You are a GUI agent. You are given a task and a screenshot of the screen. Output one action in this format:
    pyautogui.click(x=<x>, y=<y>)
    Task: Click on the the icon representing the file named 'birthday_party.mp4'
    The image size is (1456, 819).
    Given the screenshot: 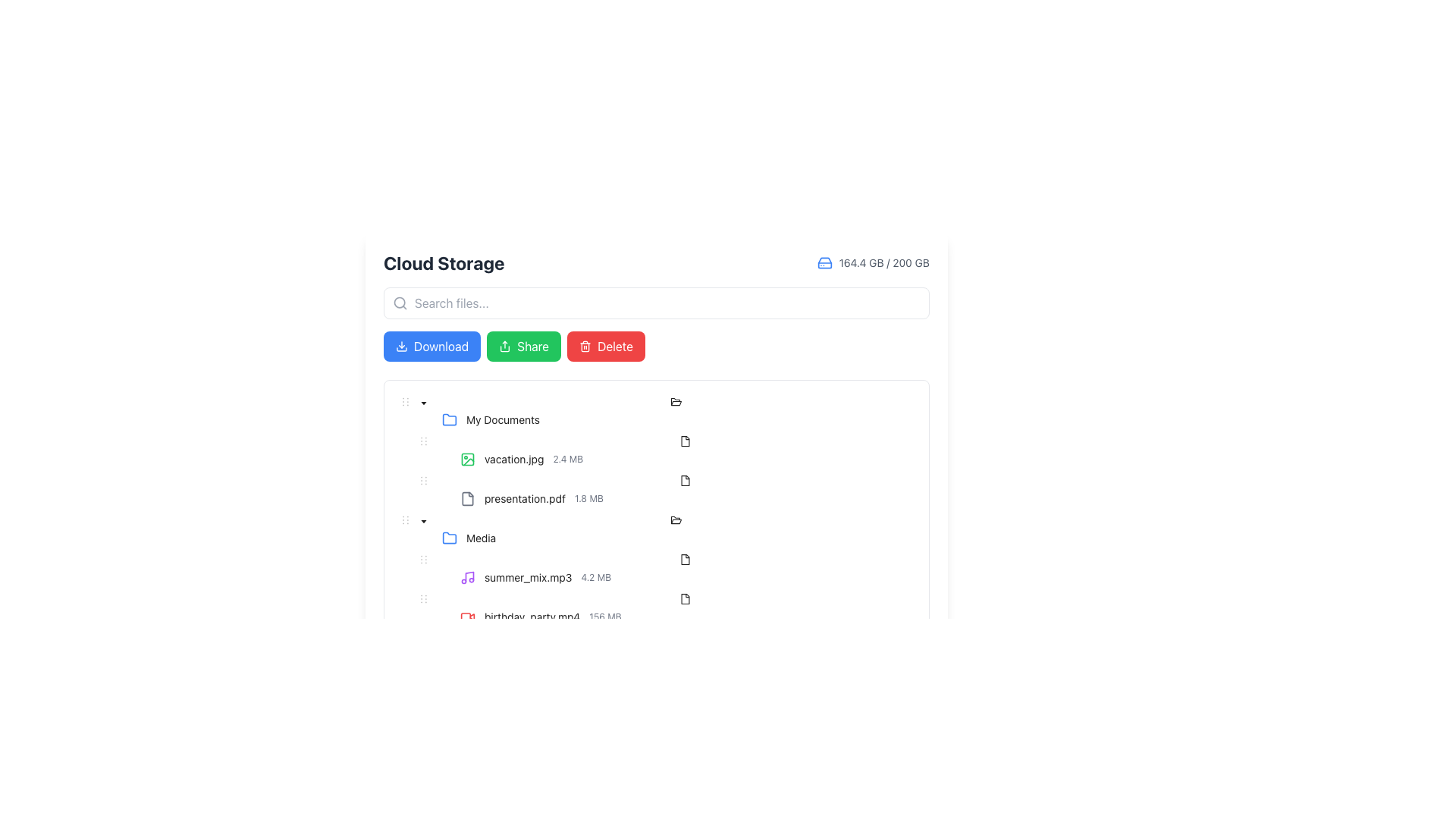 What is the action you would take?
    pyautogui.click(x=684, y=598)
    